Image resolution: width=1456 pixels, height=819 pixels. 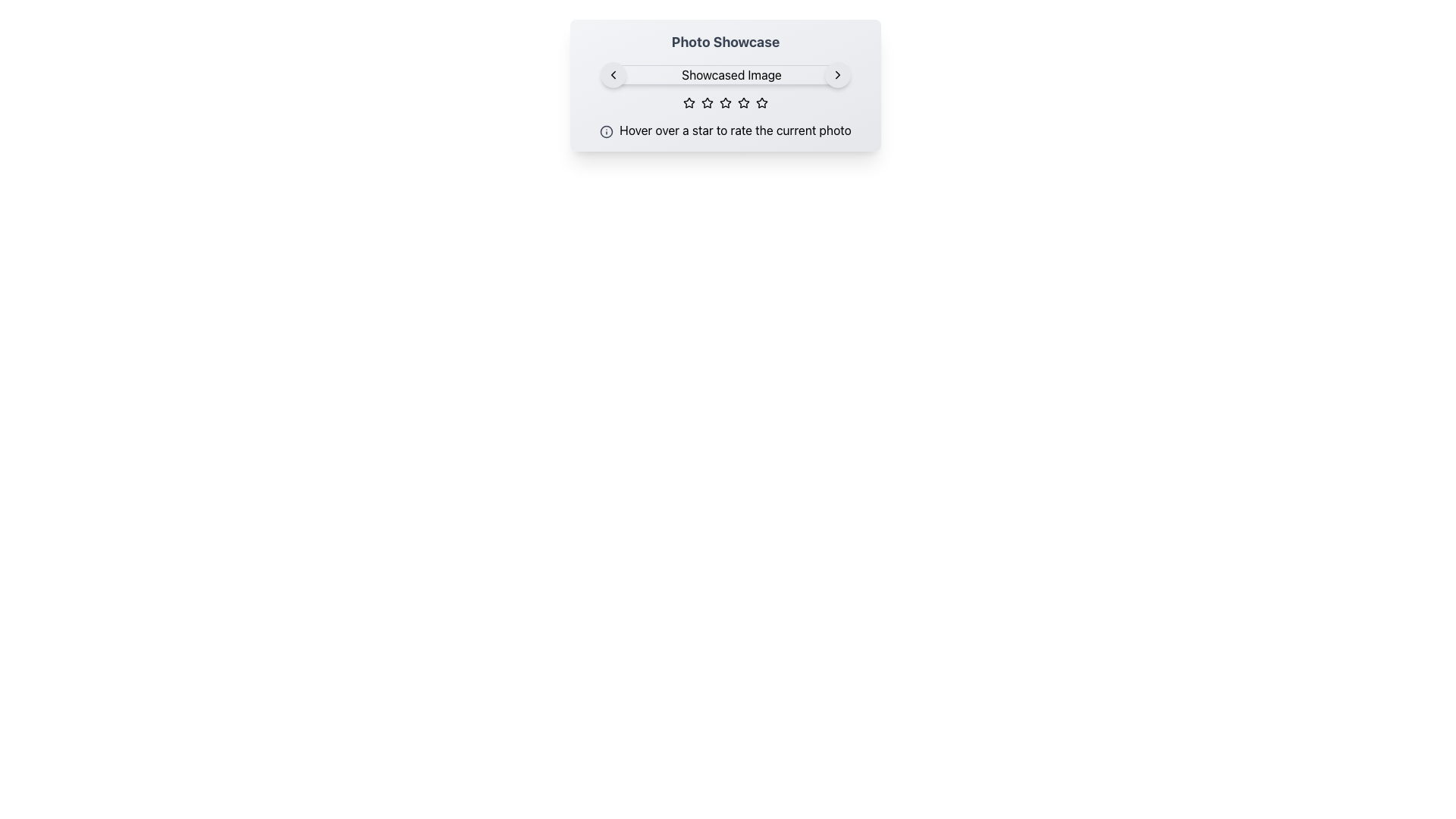 What do you see at coordinates (607, 130) in the screenshot?
I see `the small circular gray decorative icon located to the left of the rating instructions text in the 'Photo Showcase' section` at bounding box center [607, 130].